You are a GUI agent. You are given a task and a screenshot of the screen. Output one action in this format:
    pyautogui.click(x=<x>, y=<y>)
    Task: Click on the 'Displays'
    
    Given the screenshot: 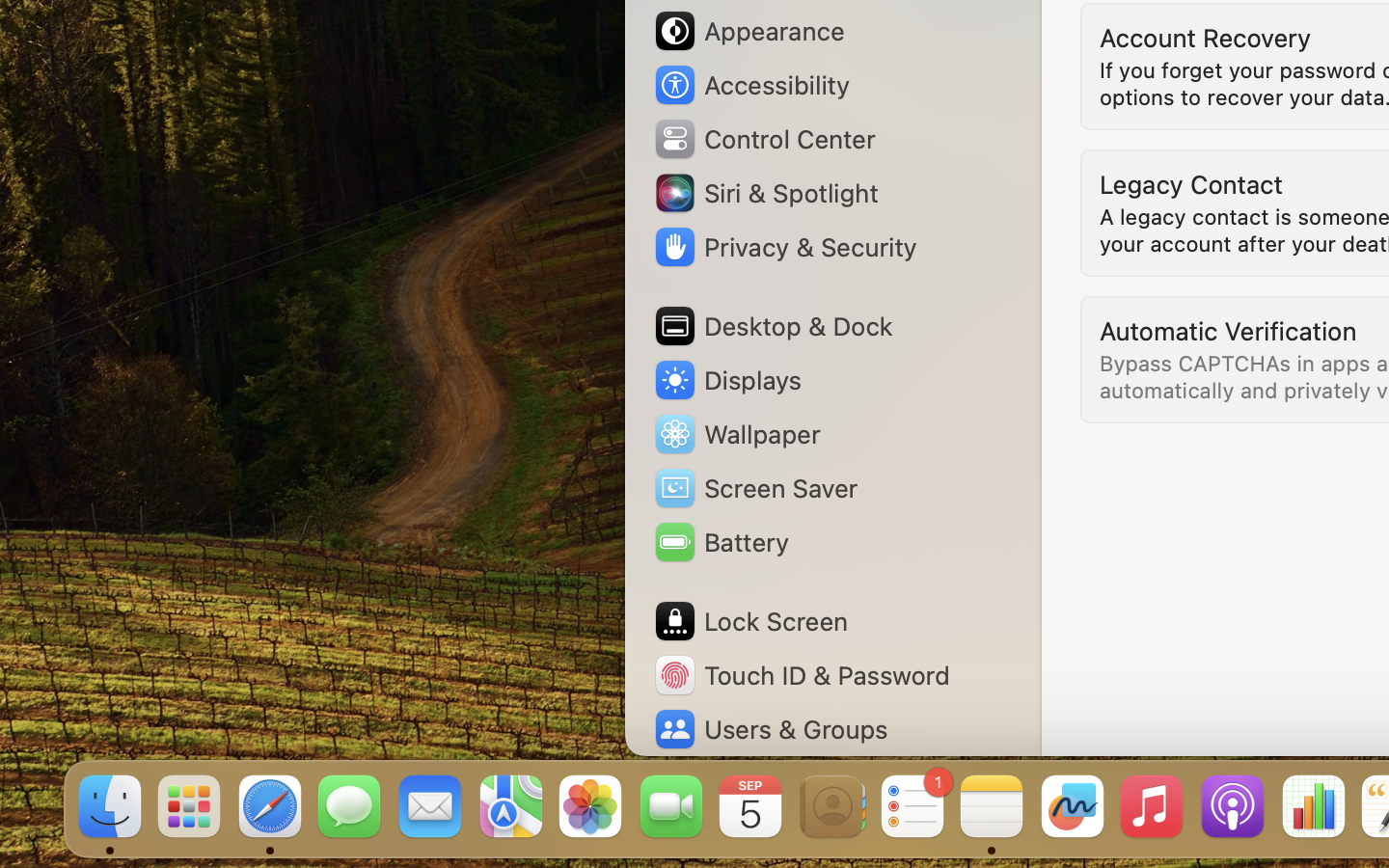 What is the action you would take?
    pyautogui.click(x=725, y=380)
    